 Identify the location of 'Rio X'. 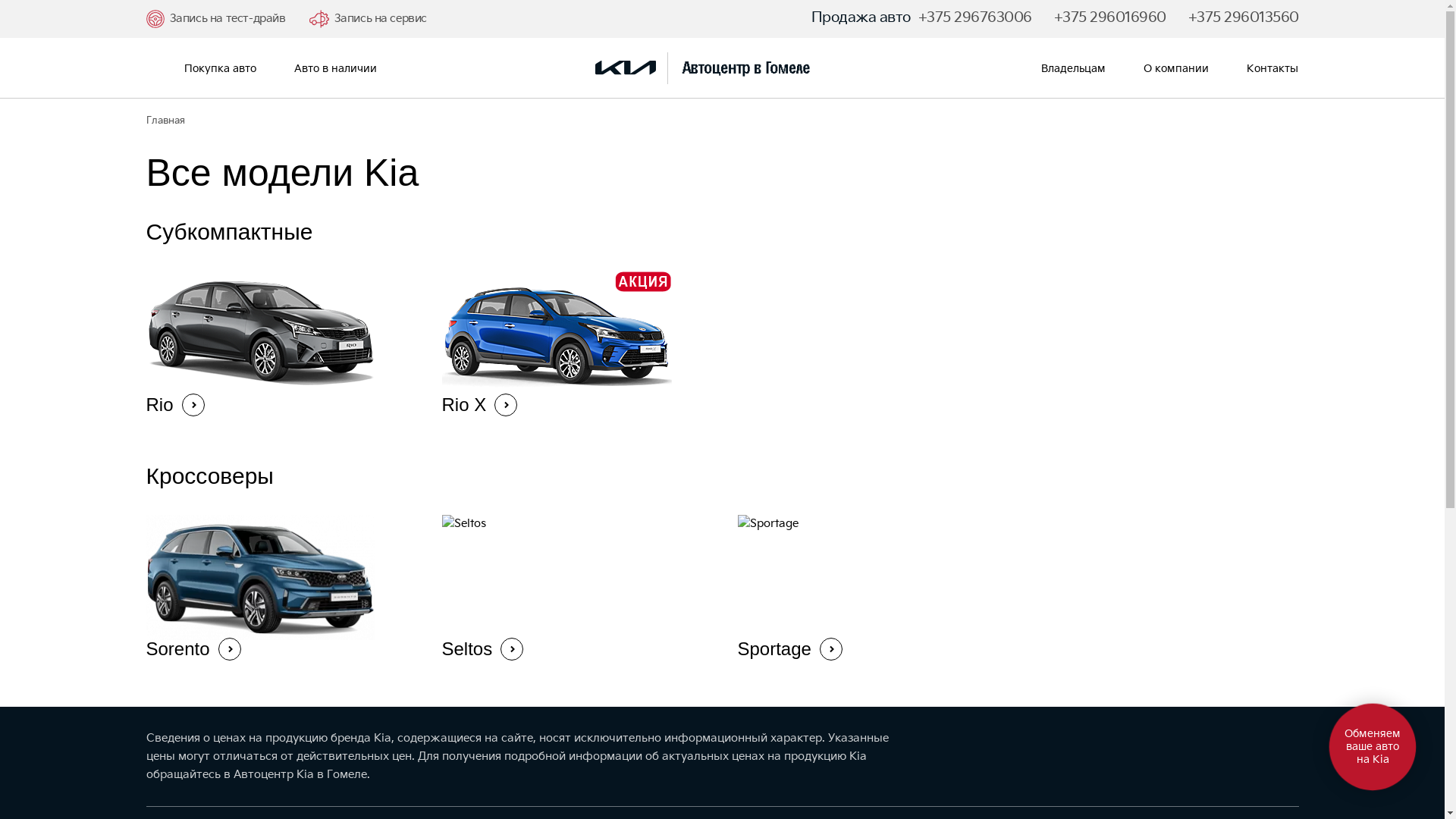
(573, 345).